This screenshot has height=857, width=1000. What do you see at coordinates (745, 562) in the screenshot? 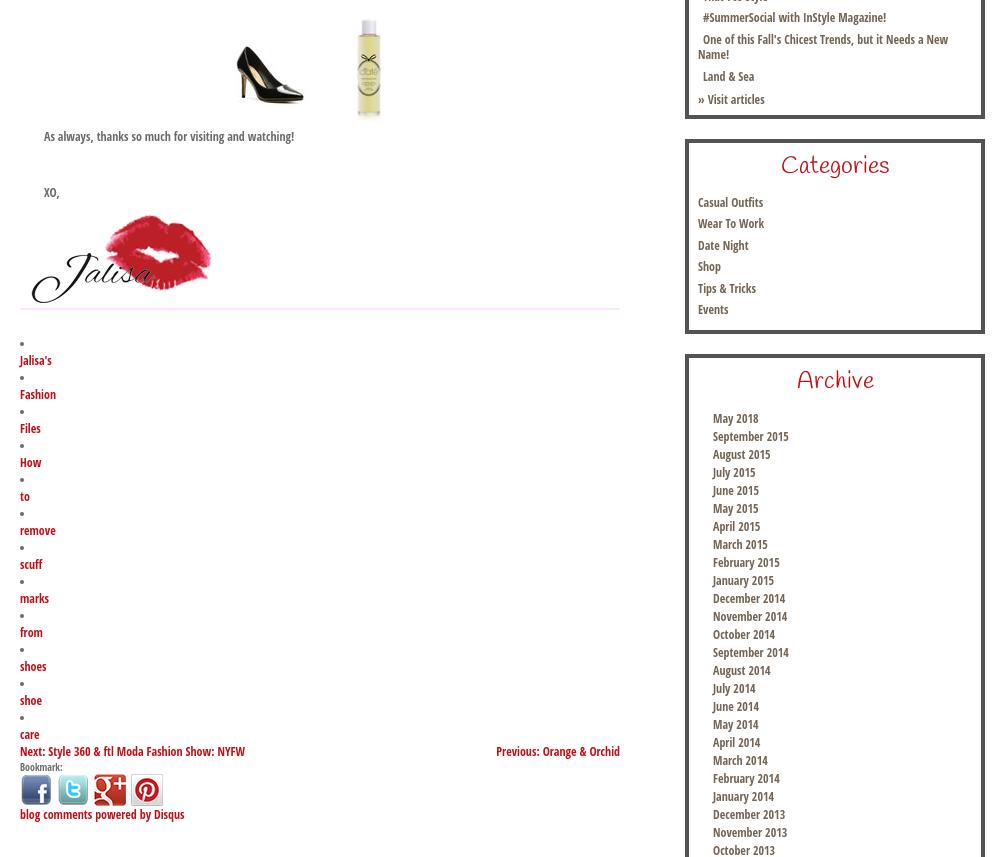
I see `'February 2015'` at bounding box center [745, 562].